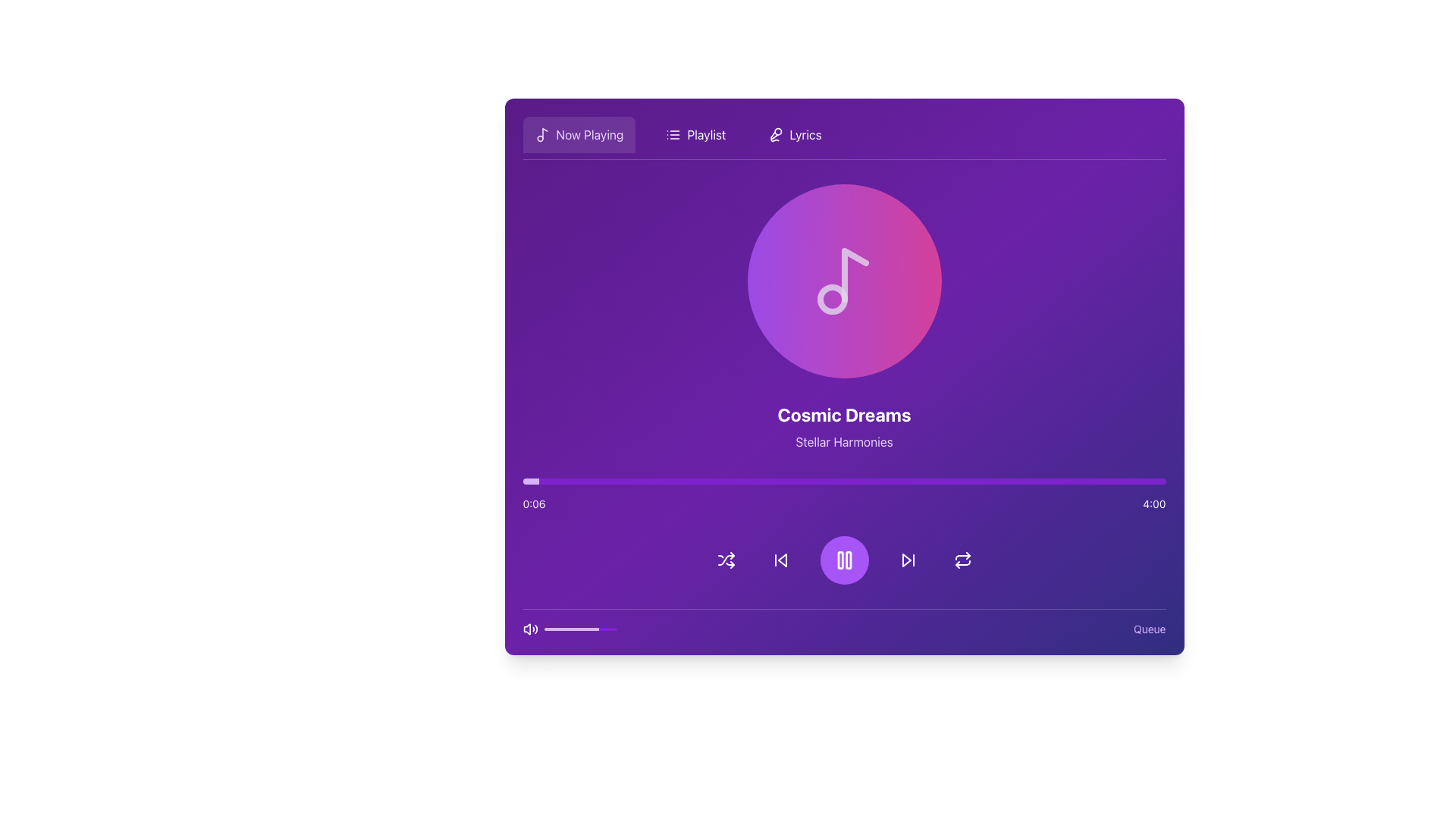 The height and width of the screenshot is (819, 1456). What do you see at coordinates (908, 482) in the screenshot?
I see `playback progress` at bounding box center [908, 482].